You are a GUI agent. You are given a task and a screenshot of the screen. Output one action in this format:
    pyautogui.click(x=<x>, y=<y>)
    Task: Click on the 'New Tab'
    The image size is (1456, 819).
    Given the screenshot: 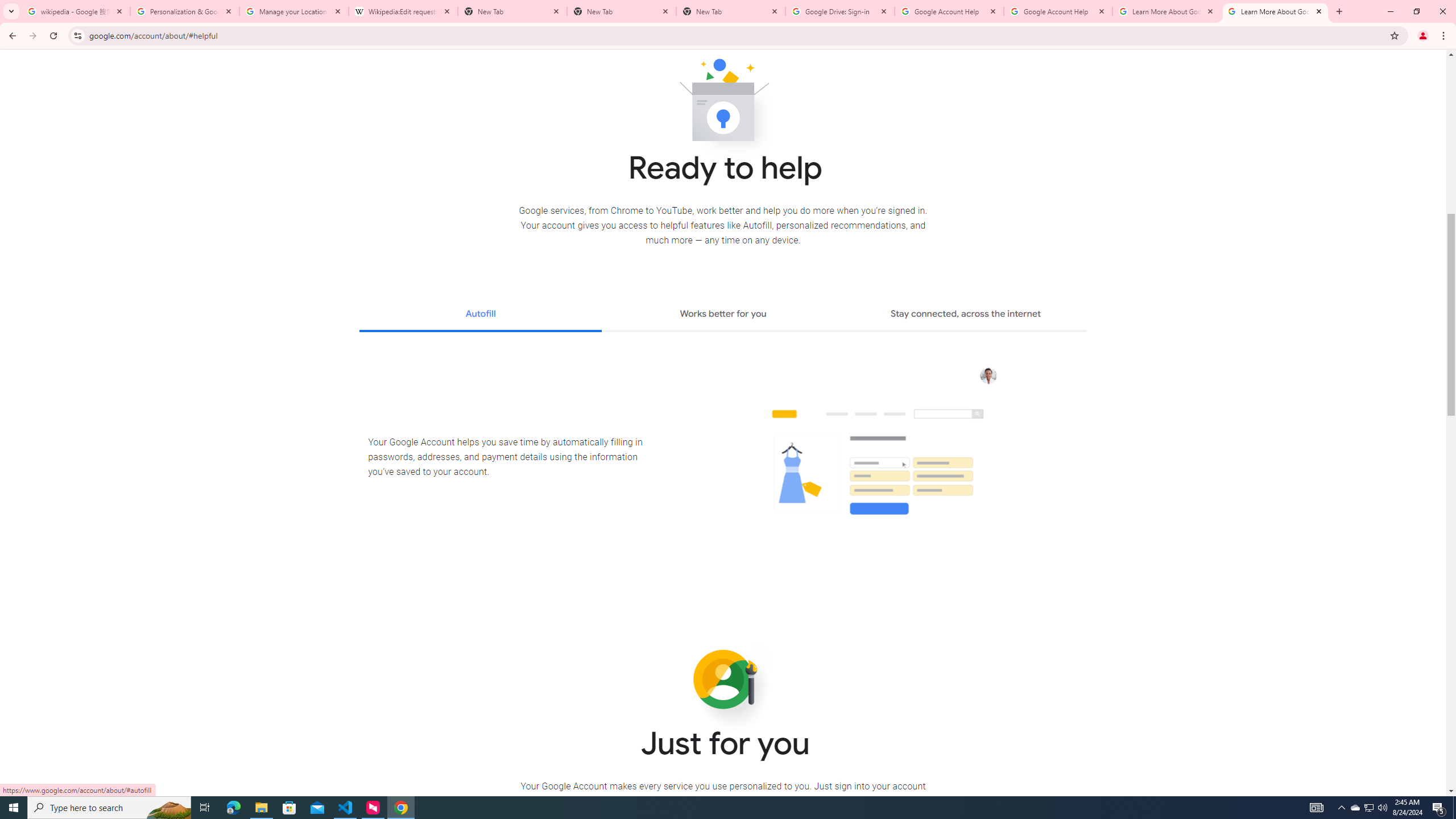 What is the action you would take?
    pyautogui.click(x=730, y=11)
    